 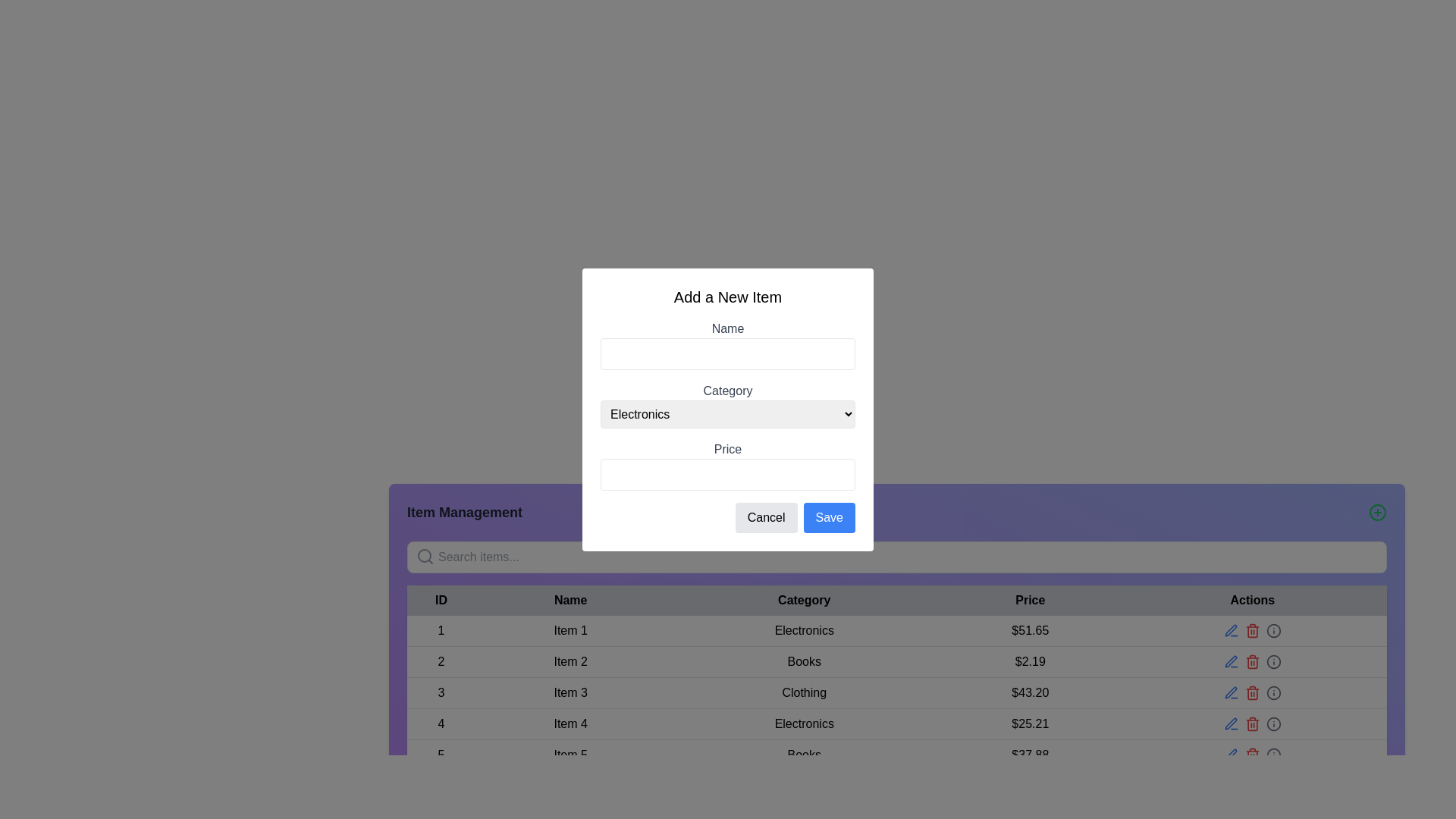 What do you see at coordinates (440, 631) in the screenshot?
I see `the number '1' displayed in black font located at the top of the 'ID' column of the data table` at bounding box center [440, 631].